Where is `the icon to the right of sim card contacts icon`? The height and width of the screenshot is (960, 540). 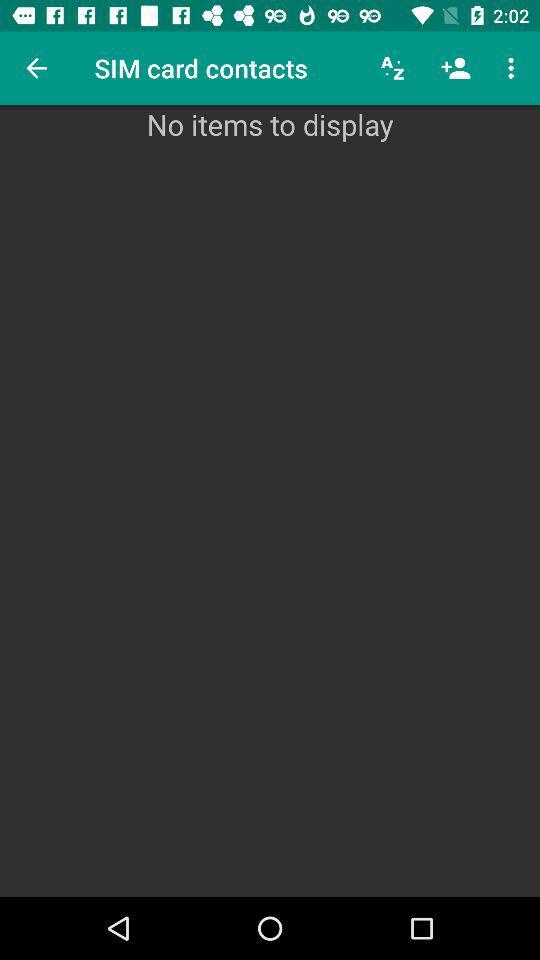
the icon to the right of sim card contacts icon is located at coordinates (393, 68).